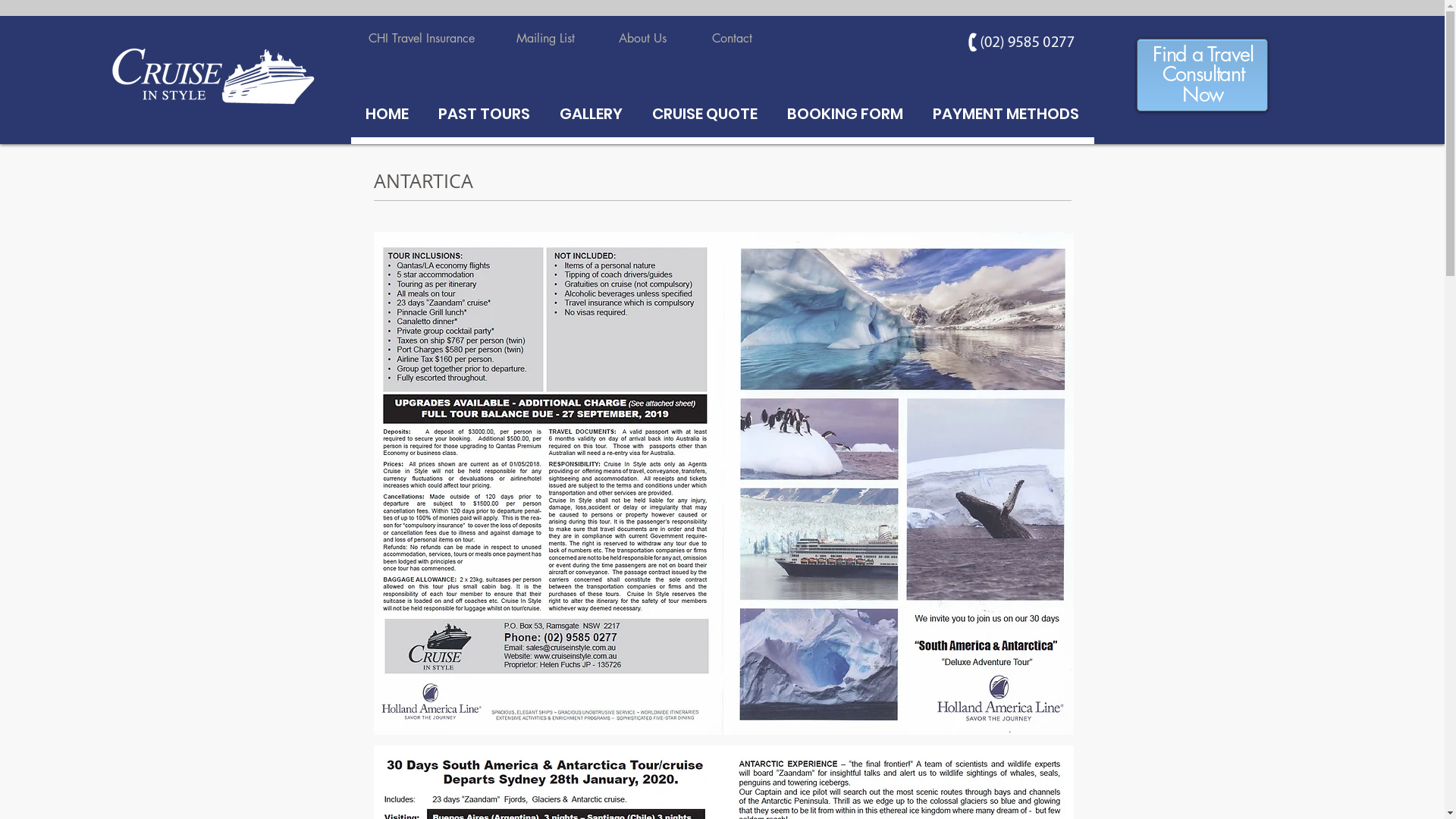  I want to click on 'PAST TOURS', so click(483, 113).